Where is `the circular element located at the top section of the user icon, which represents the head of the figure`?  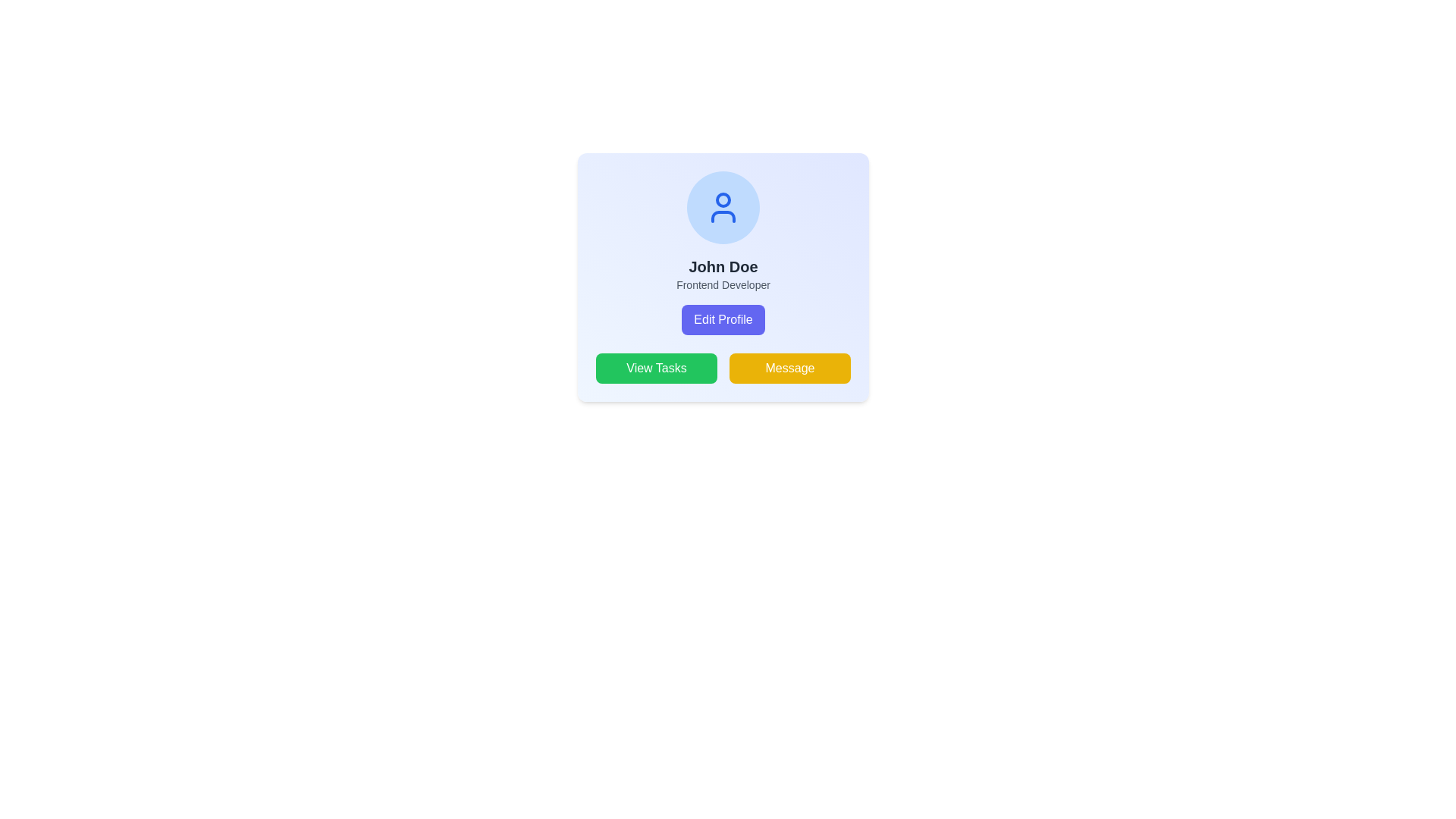 the circular element located at the top section of the user icon, which represents the head of the figure is located at coordinates (723, 199).